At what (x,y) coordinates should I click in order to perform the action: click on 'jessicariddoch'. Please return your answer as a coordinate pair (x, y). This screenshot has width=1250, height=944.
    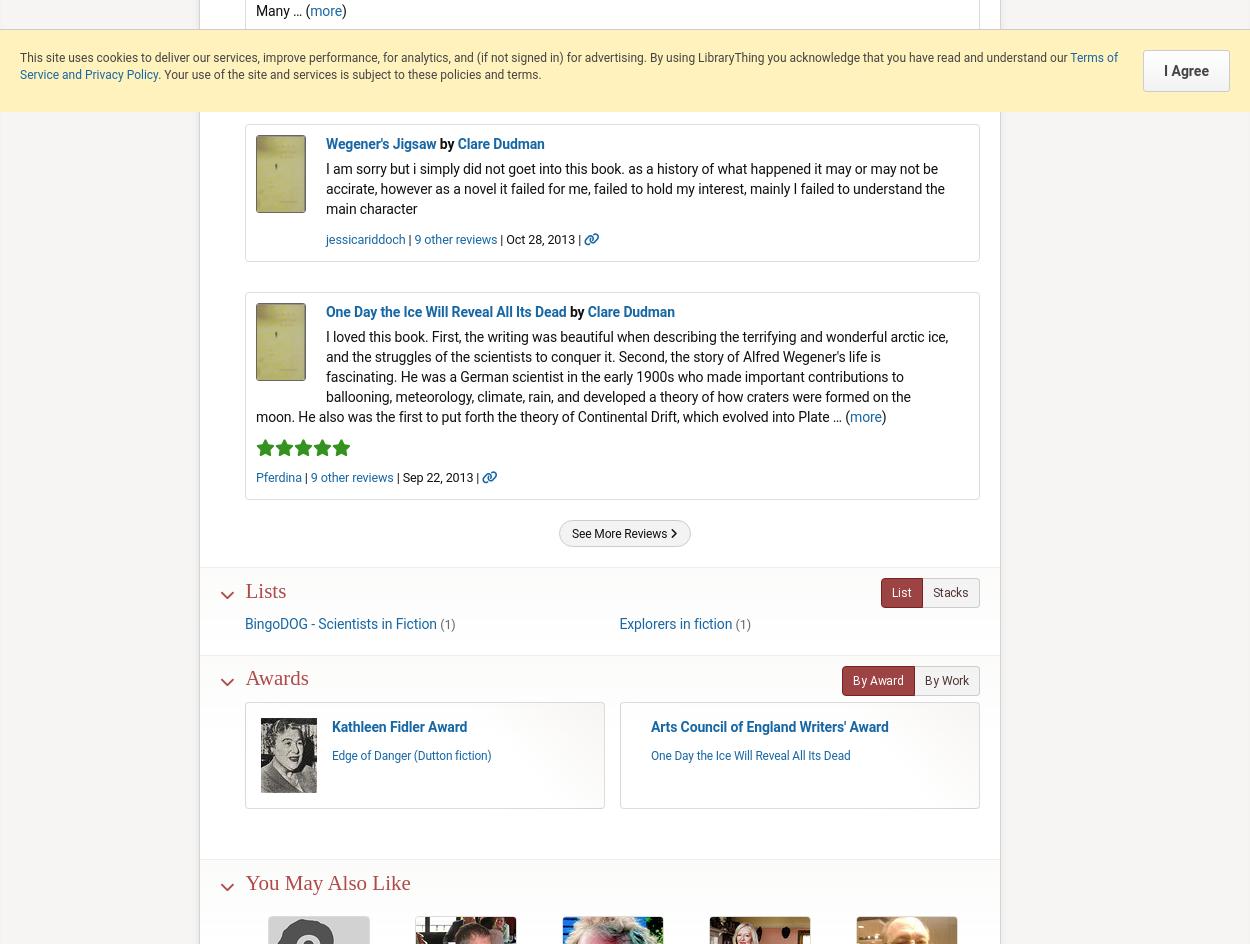
    Looking at the image, I should click on (364, 239).